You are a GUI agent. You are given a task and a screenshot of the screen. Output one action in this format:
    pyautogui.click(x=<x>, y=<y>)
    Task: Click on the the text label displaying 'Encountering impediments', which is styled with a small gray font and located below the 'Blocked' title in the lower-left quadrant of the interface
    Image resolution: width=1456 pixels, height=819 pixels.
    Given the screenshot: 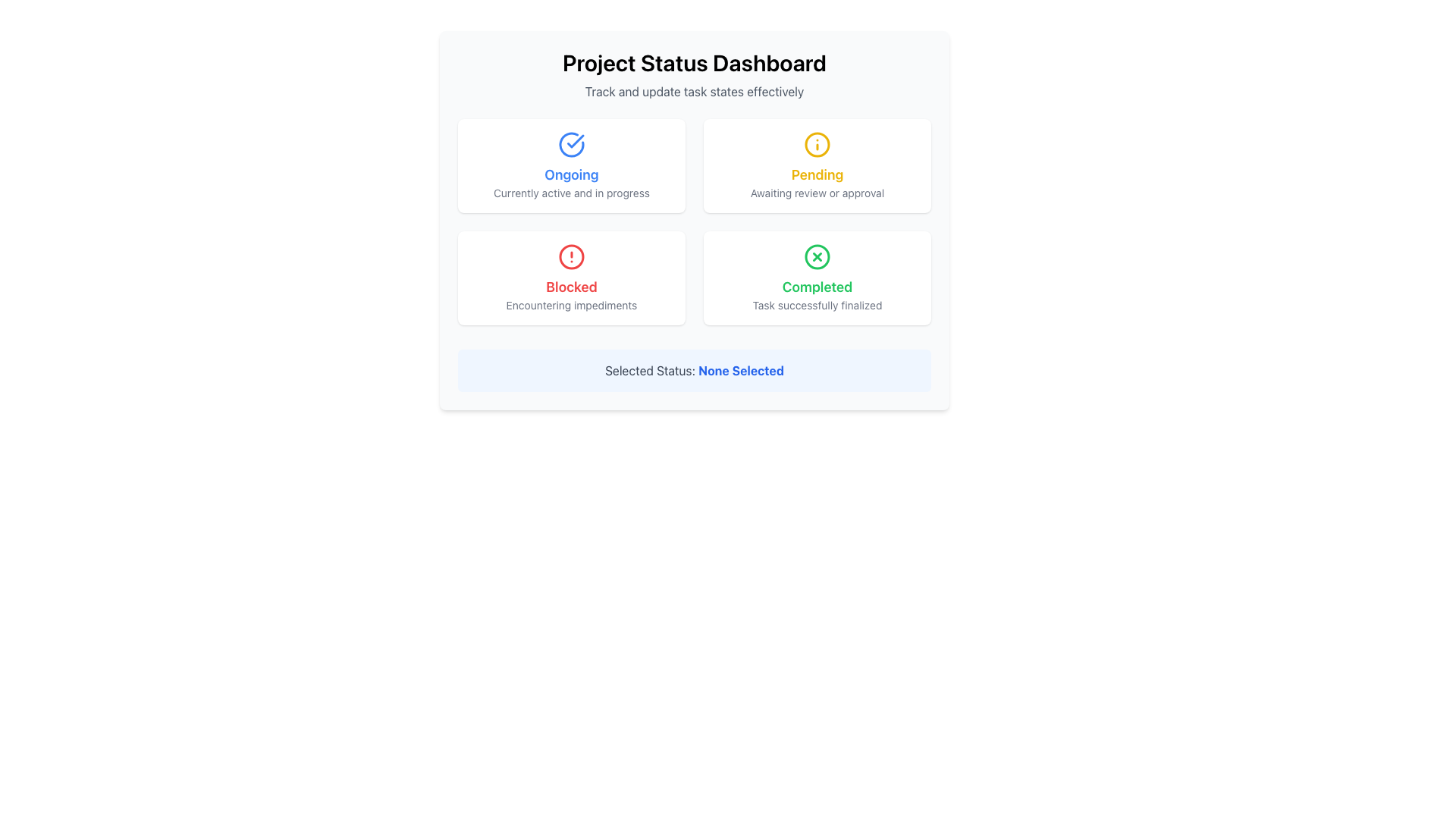 What is the action you would take?
    pyautogui.click(x=570, y=305)
    